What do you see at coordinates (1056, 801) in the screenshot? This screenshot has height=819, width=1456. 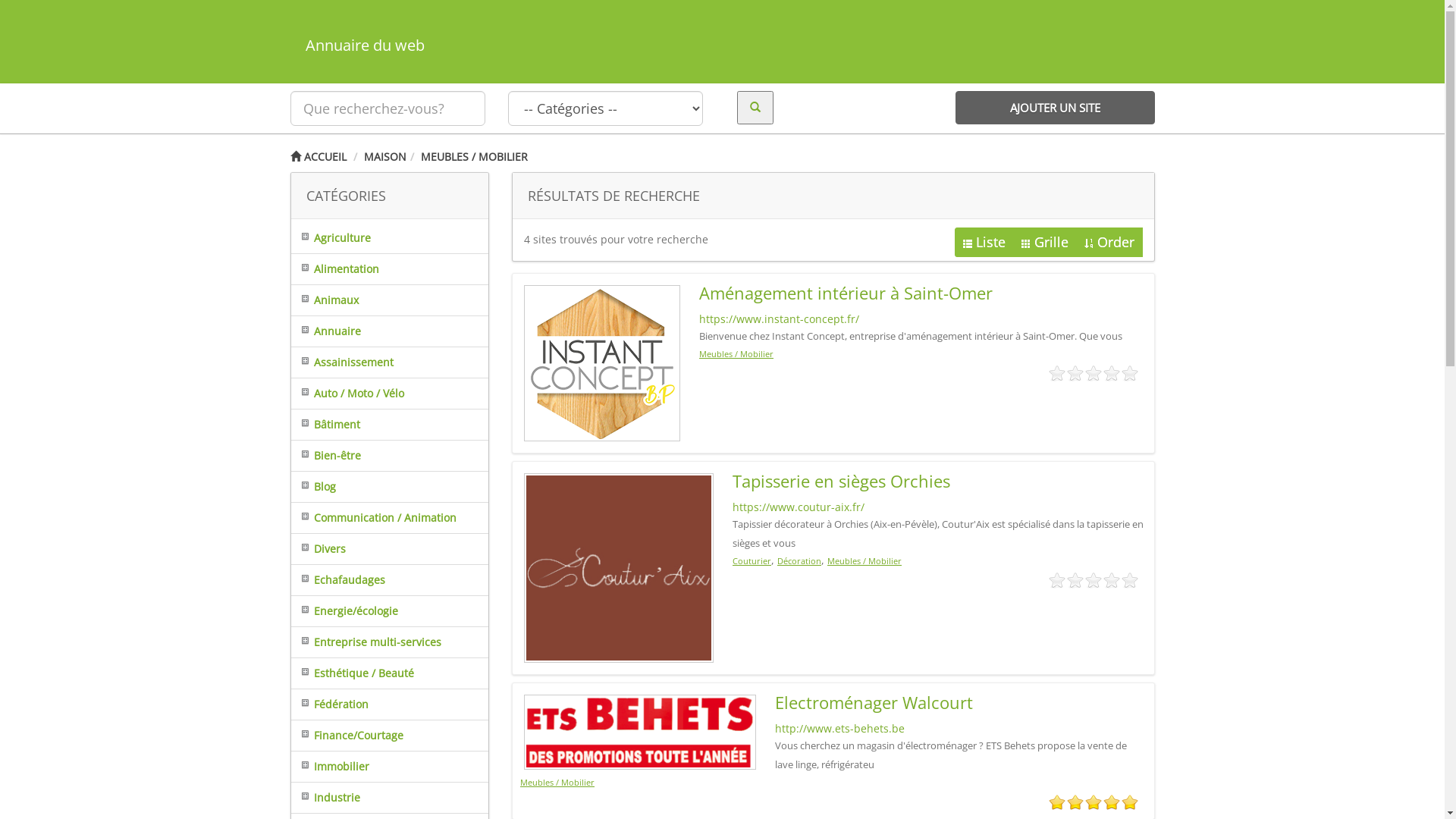 I see `'bad'` at bounding box center [1056, 801].